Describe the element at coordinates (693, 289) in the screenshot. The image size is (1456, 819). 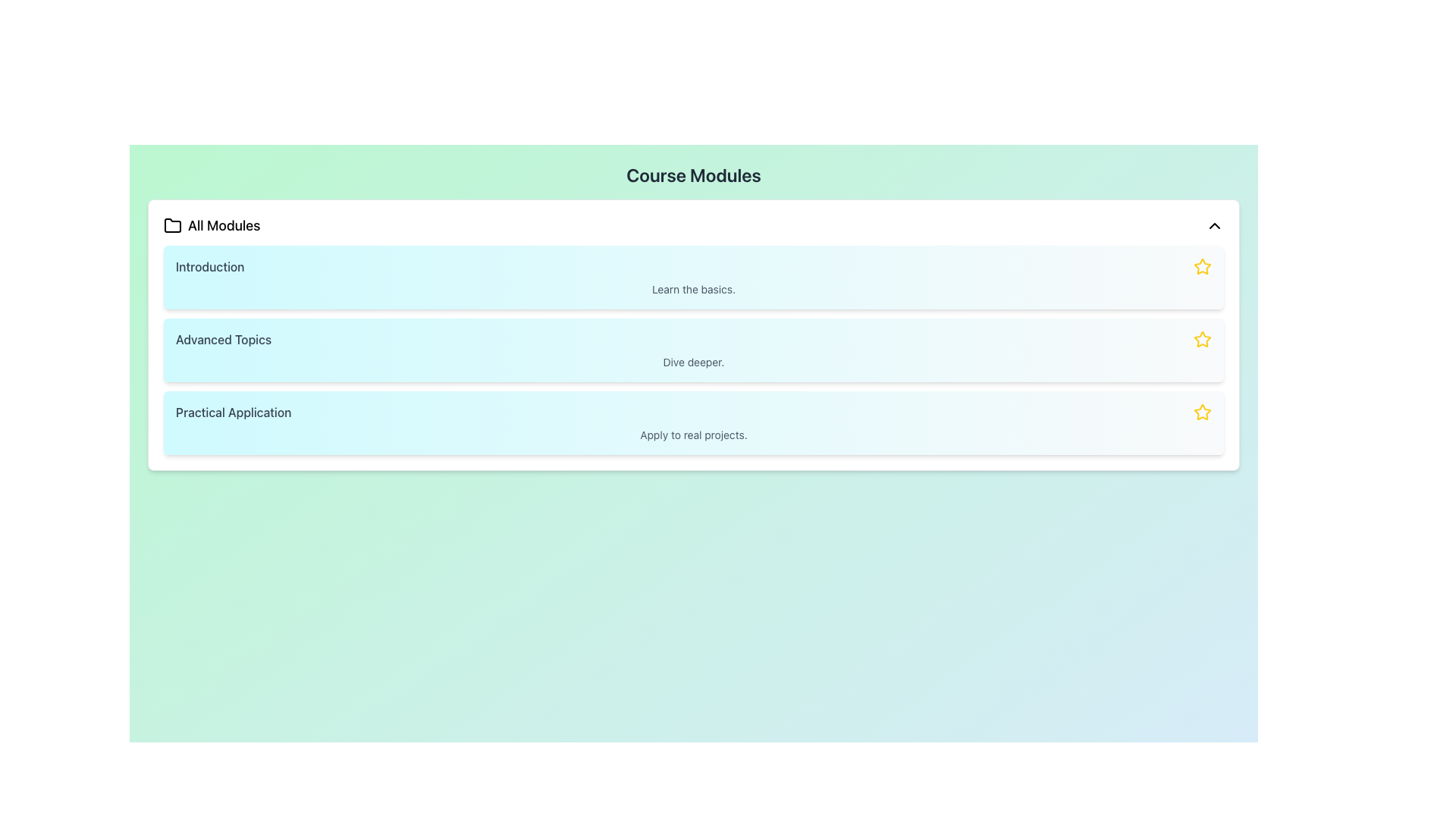
I see `the text label displaying 'Learn the basics.' which is located below the title 'Introduction' in the first course module card` at that location.